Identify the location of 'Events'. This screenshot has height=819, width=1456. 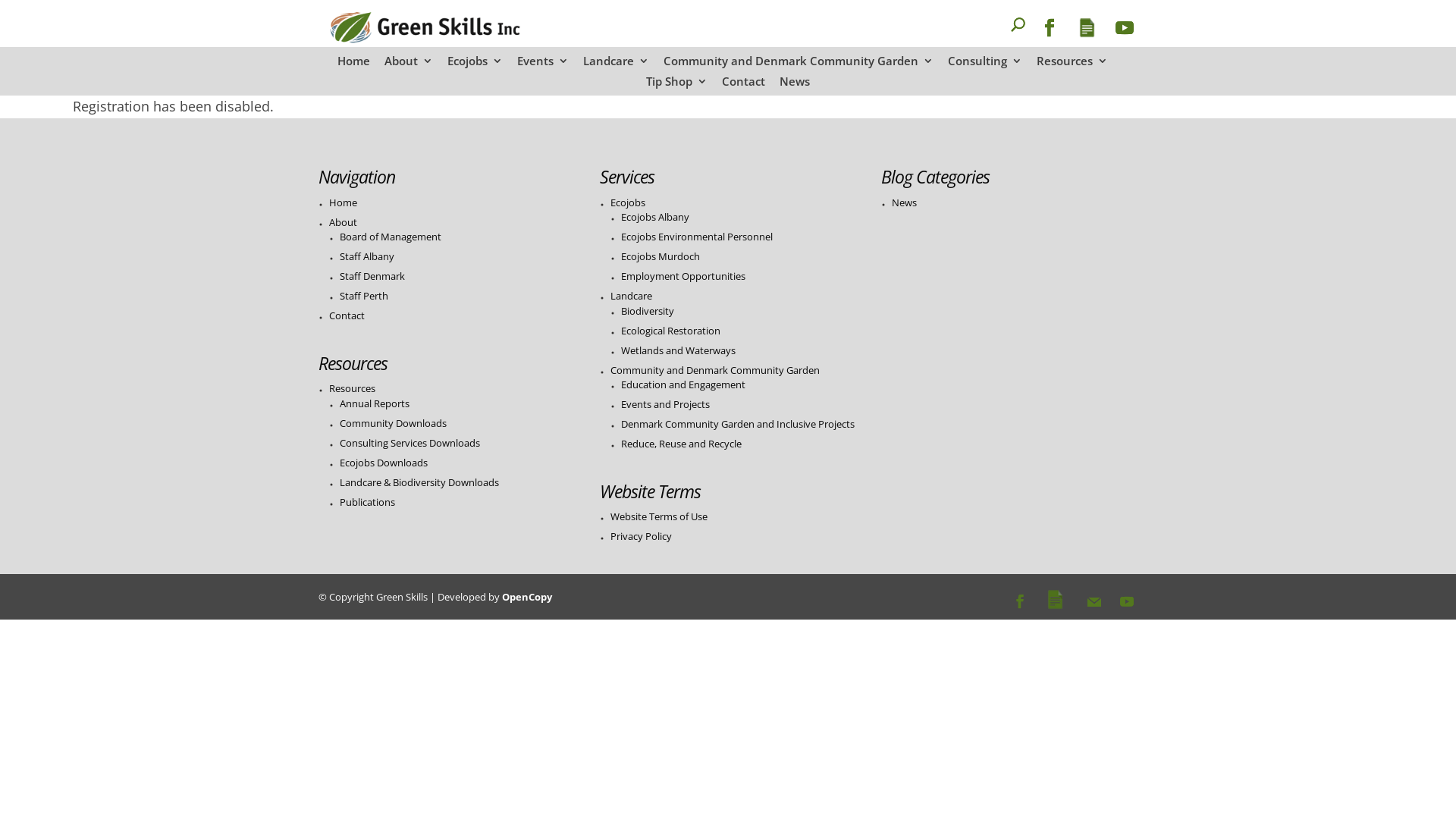
(516, 64).